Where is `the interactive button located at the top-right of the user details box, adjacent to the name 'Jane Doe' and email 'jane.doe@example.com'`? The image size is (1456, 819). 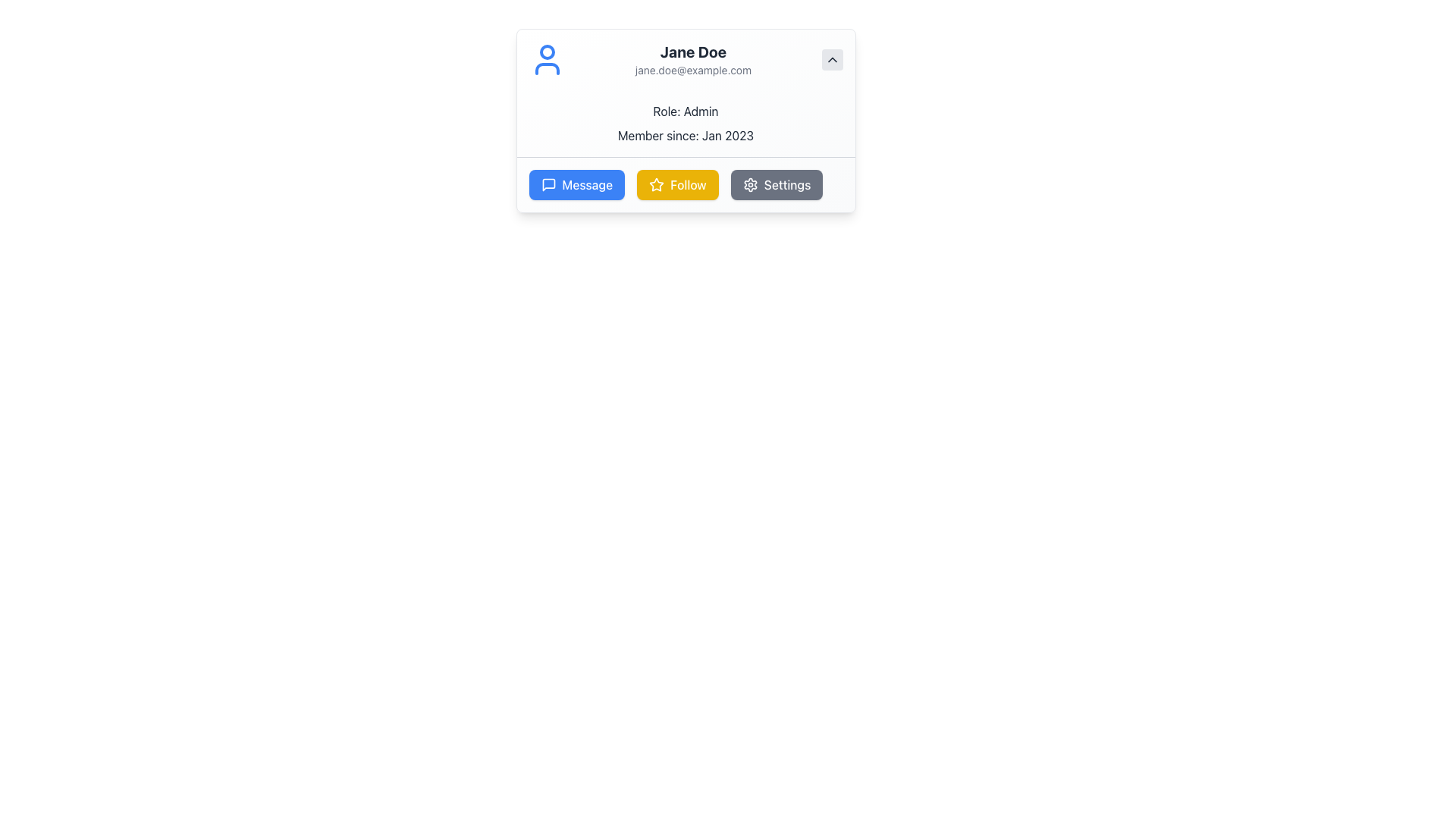 the interactive button located at the top-right of the user details box, adjacent to the name 'Jane Doe' and email 'jane.doe@example.com' is located at coordinates (831, 58).